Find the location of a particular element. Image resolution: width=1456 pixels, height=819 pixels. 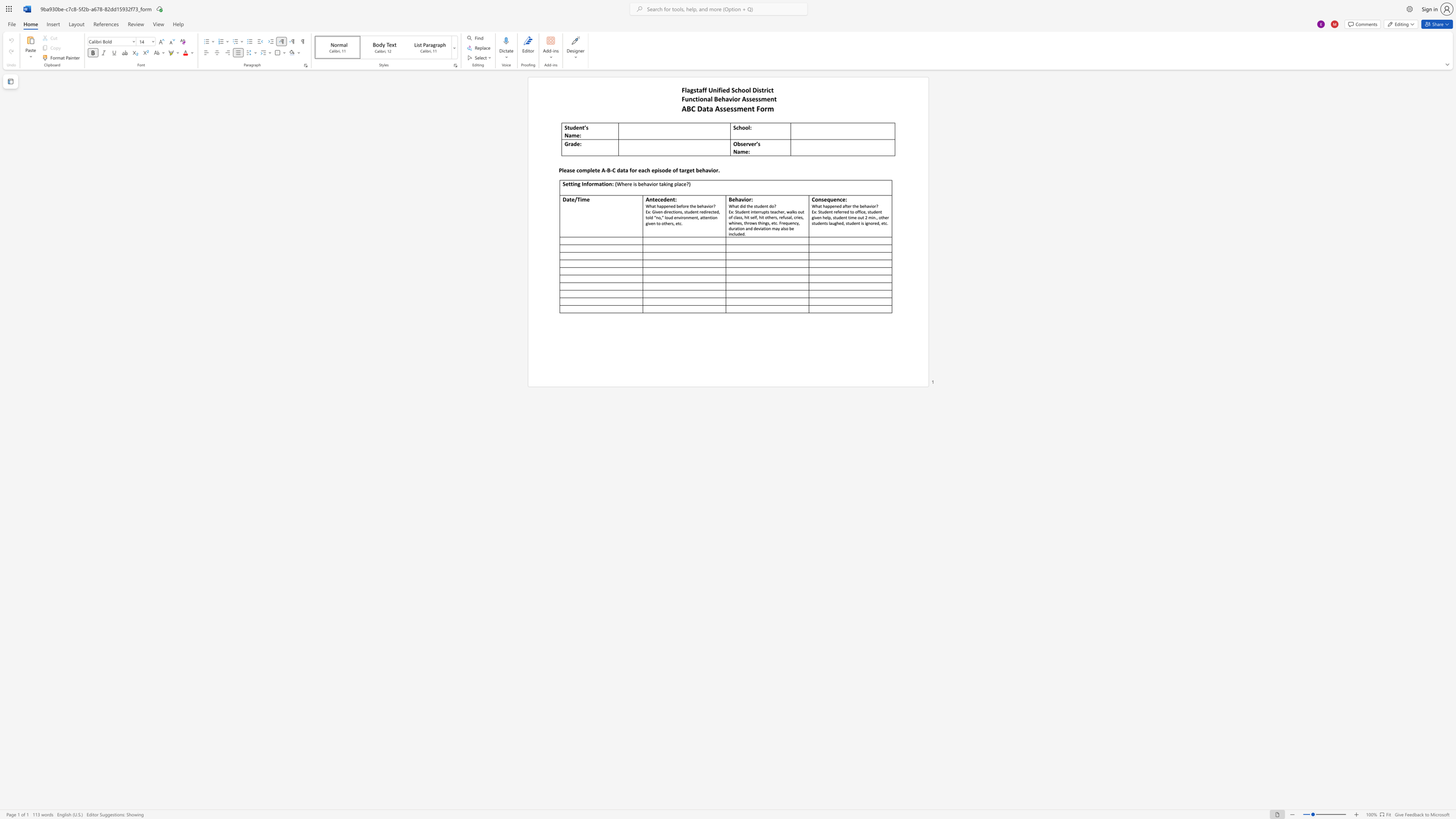

the subset text "ation m" within the text ", throws things, etc. Frequency, duration and deviation may also be included." is located at coordinates (761, 228).